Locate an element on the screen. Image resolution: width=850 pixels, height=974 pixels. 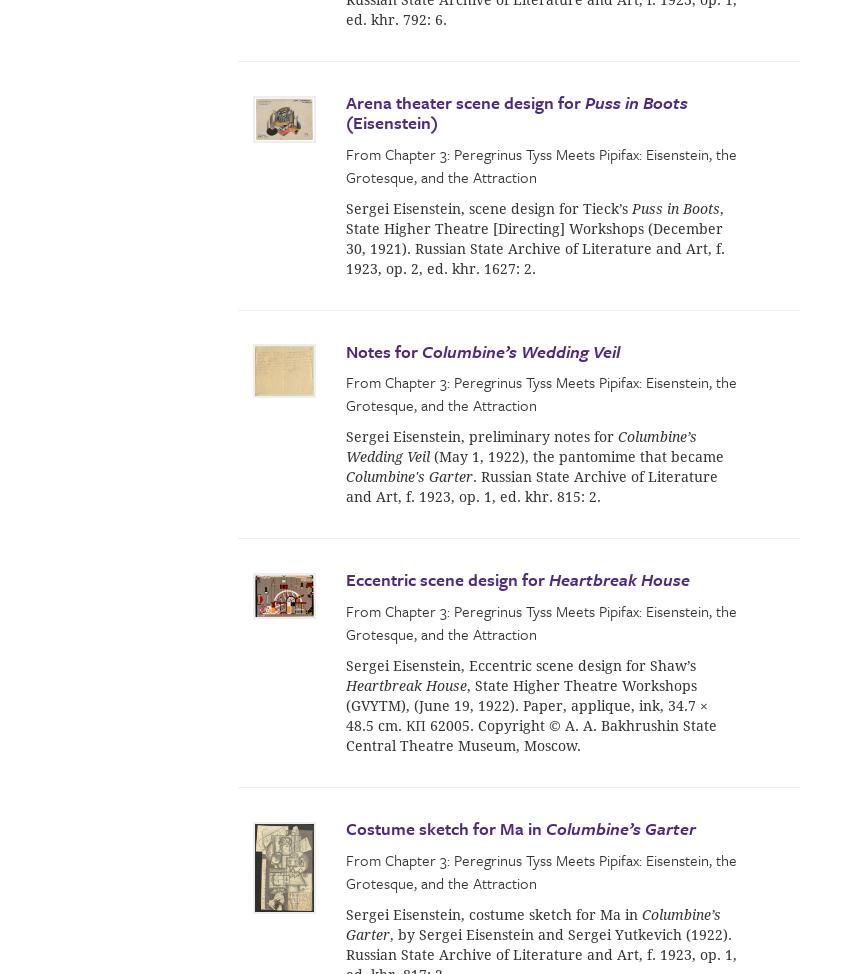
'Arena theater scene design for' is located at coordinates (345, 100).